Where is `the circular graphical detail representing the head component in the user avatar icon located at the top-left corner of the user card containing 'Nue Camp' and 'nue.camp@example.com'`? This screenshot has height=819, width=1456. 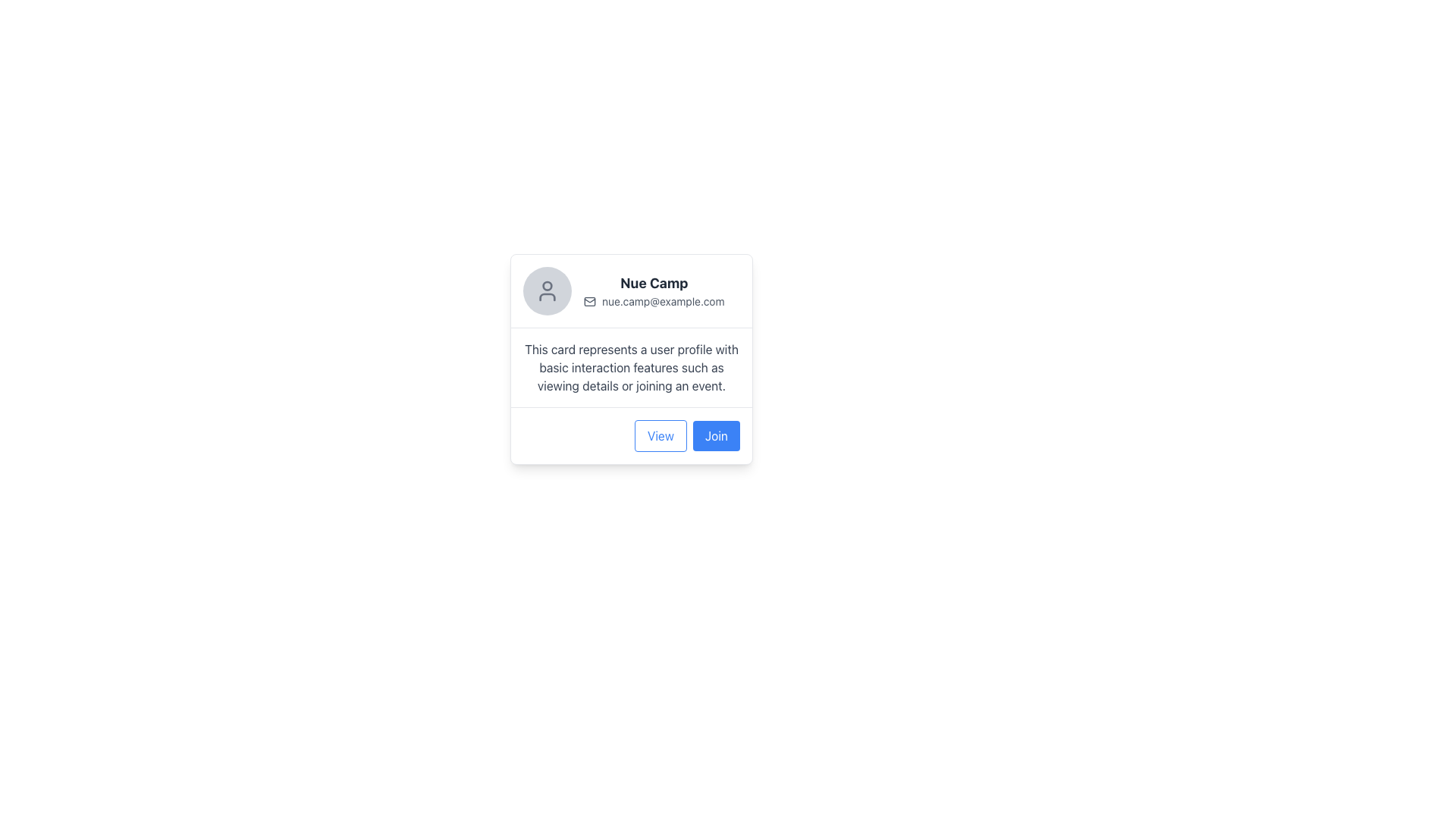
the circular graphical detail representing the head component in the user avatar icon located at the top-left corner of the user card containing 'Nue Camp' and 'nue.camp@example.com' is located at coordinates (546, 286).